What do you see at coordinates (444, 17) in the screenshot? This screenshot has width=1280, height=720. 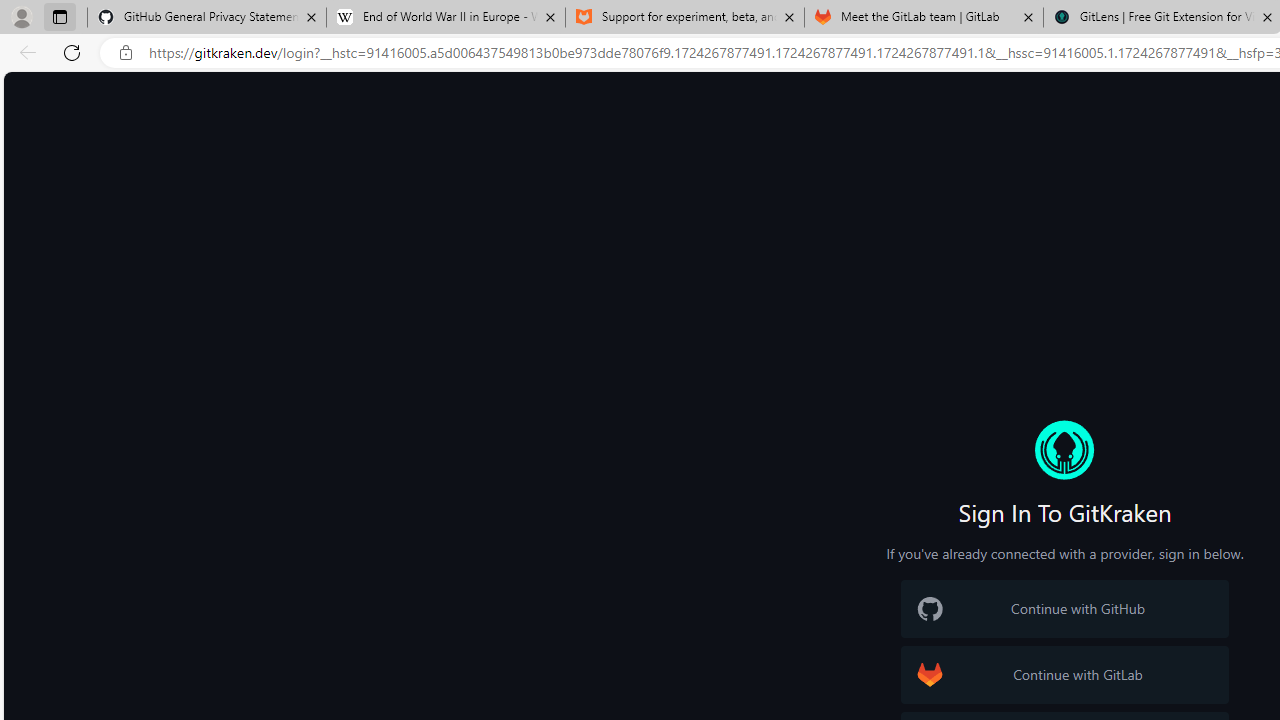 I see `'End of World War II in Europe - Wikipedia'` at bounding box center [444, 17].